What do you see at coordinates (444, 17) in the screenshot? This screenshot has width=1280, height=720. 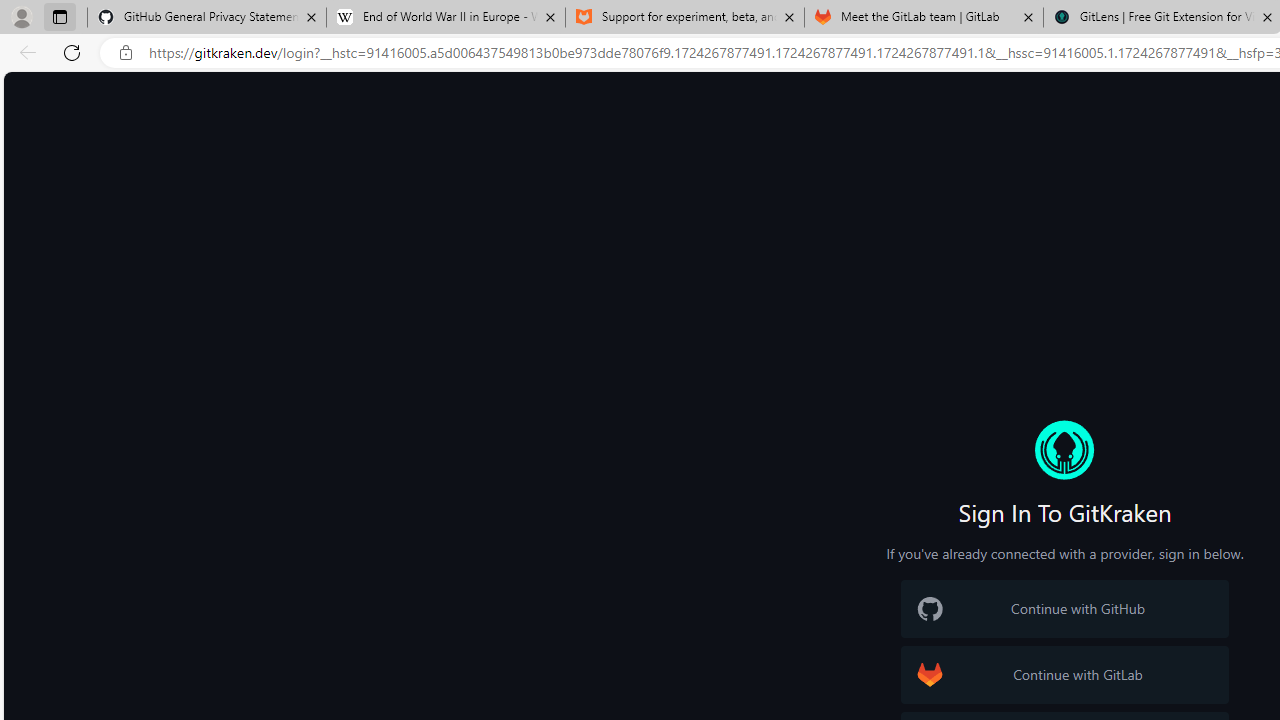 I see `'End of World War II in Europe - Wikipedia'` at bounding box center [444, 17].